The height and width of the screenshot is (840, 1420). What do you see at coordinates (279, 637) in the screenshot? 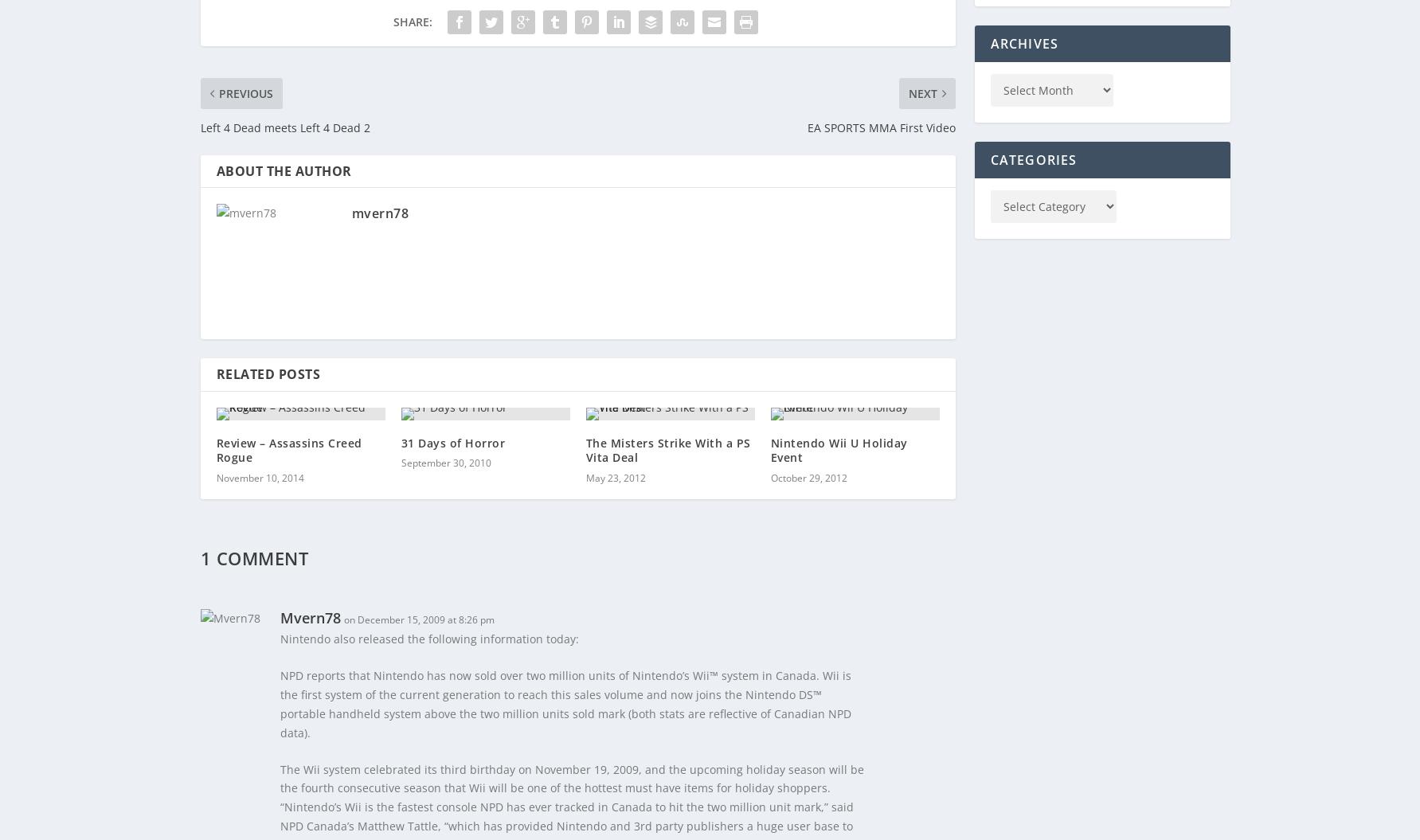
I see `'Nintendo also released the following information today:'` at bounding box center [279, 637].